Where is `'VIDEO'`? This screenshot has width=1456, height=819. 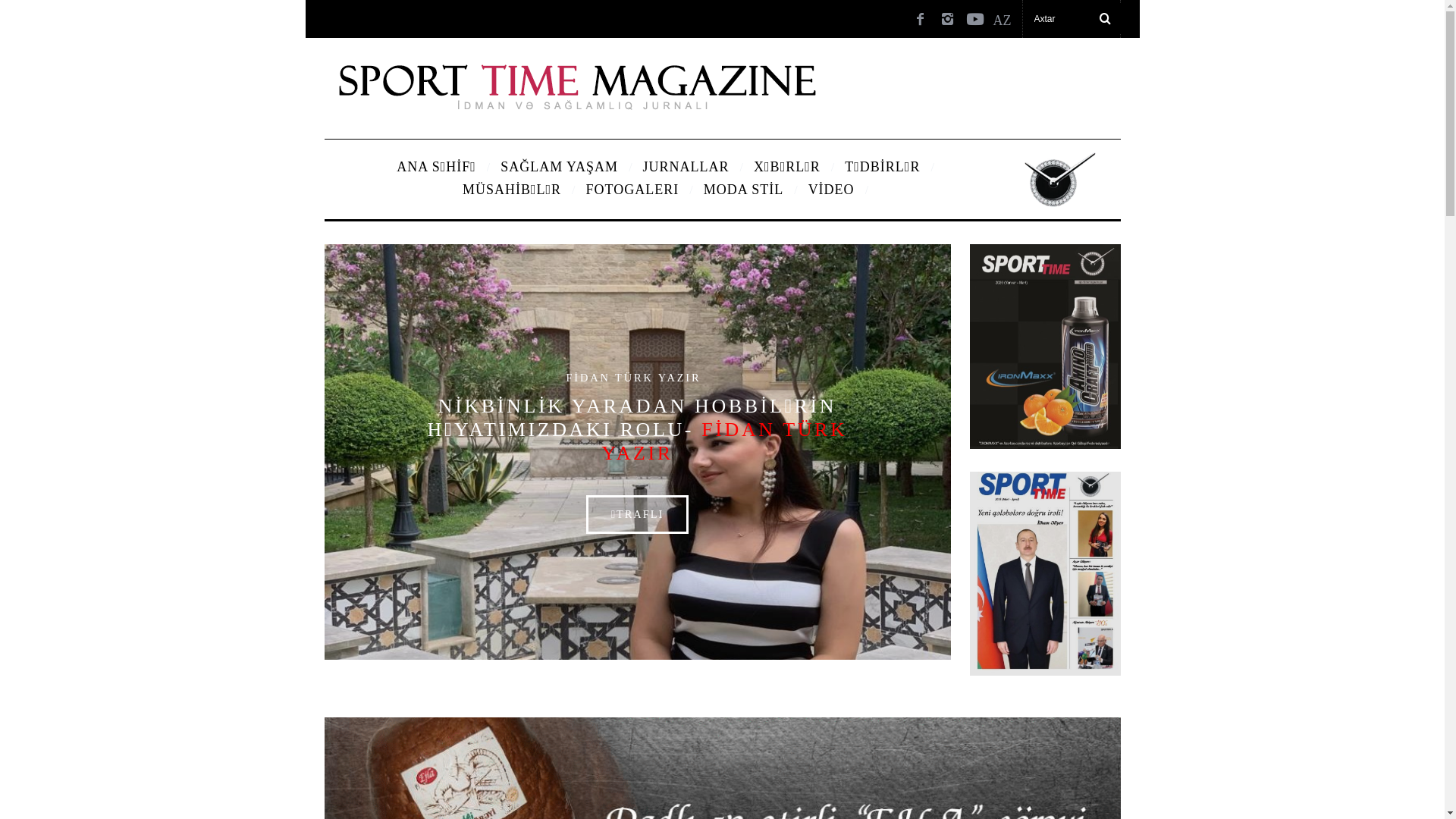 'VIDEO' is located at coordinates (830, 189).